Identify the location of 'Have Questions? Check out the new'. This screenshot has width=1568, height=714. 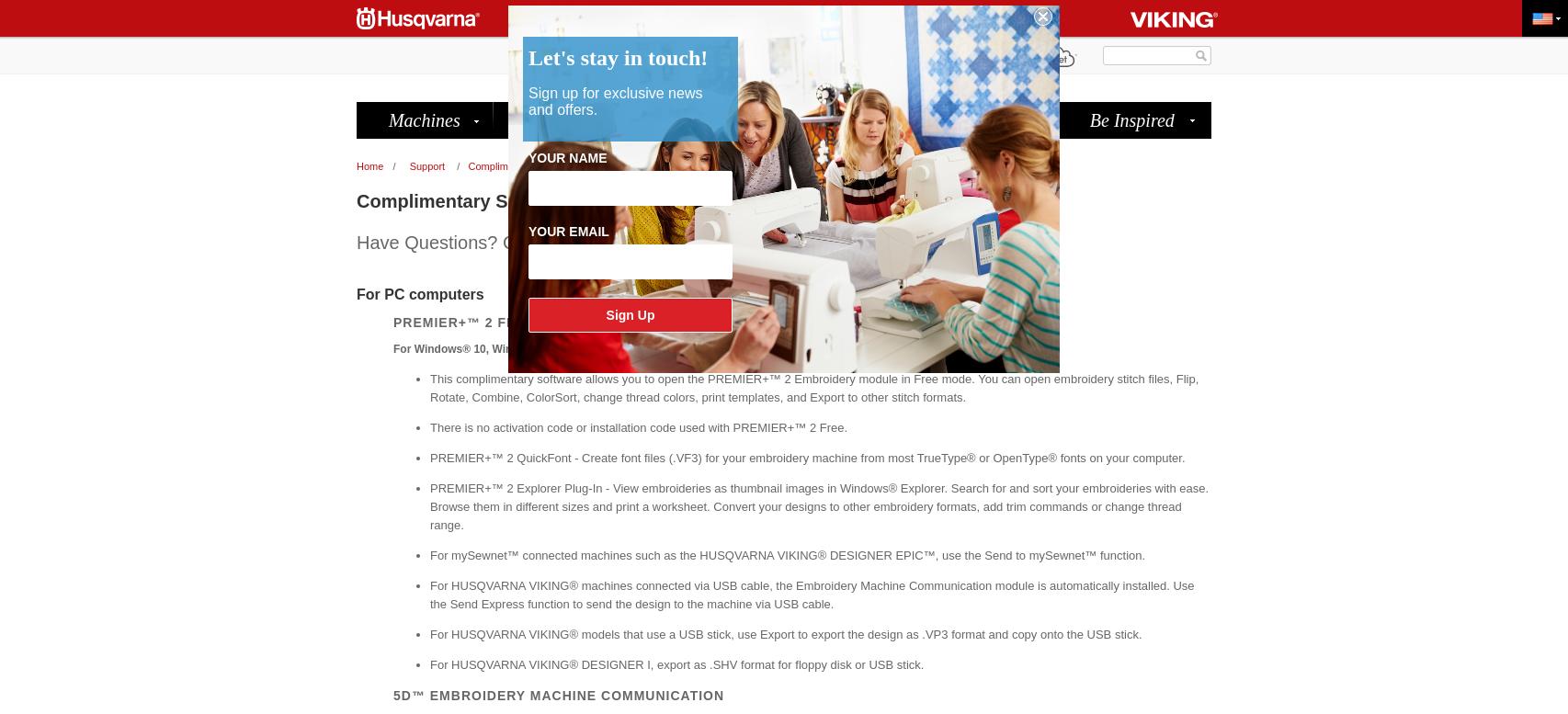
(507, 243).